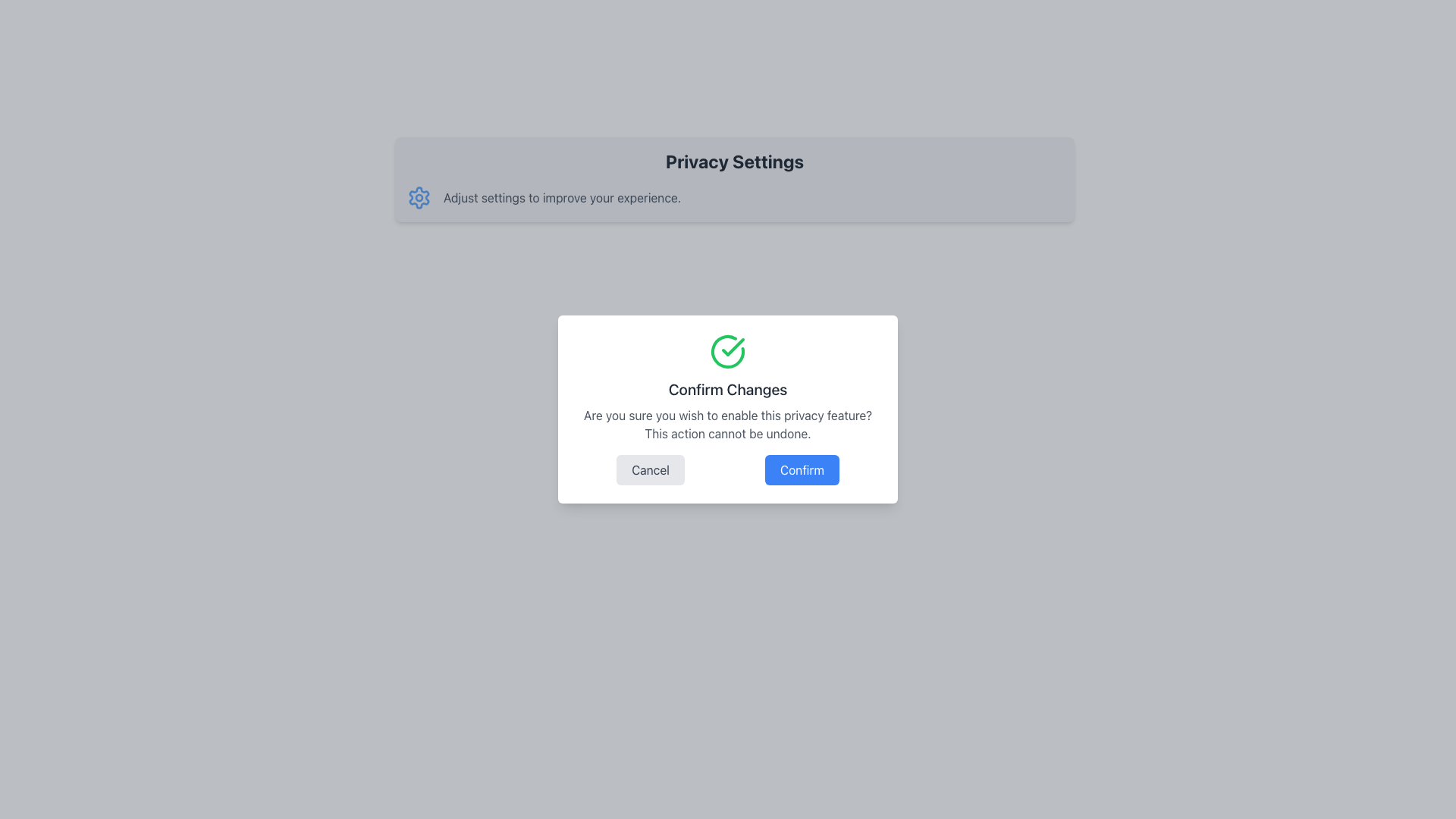 This screenshot has width=1456, height=819. What do you see at coordinates (728, 424) in the screenshot?
I see `the warning message text element located in the modal dialog box below 'Confirm Changes'` at bounding box center [728, 424].